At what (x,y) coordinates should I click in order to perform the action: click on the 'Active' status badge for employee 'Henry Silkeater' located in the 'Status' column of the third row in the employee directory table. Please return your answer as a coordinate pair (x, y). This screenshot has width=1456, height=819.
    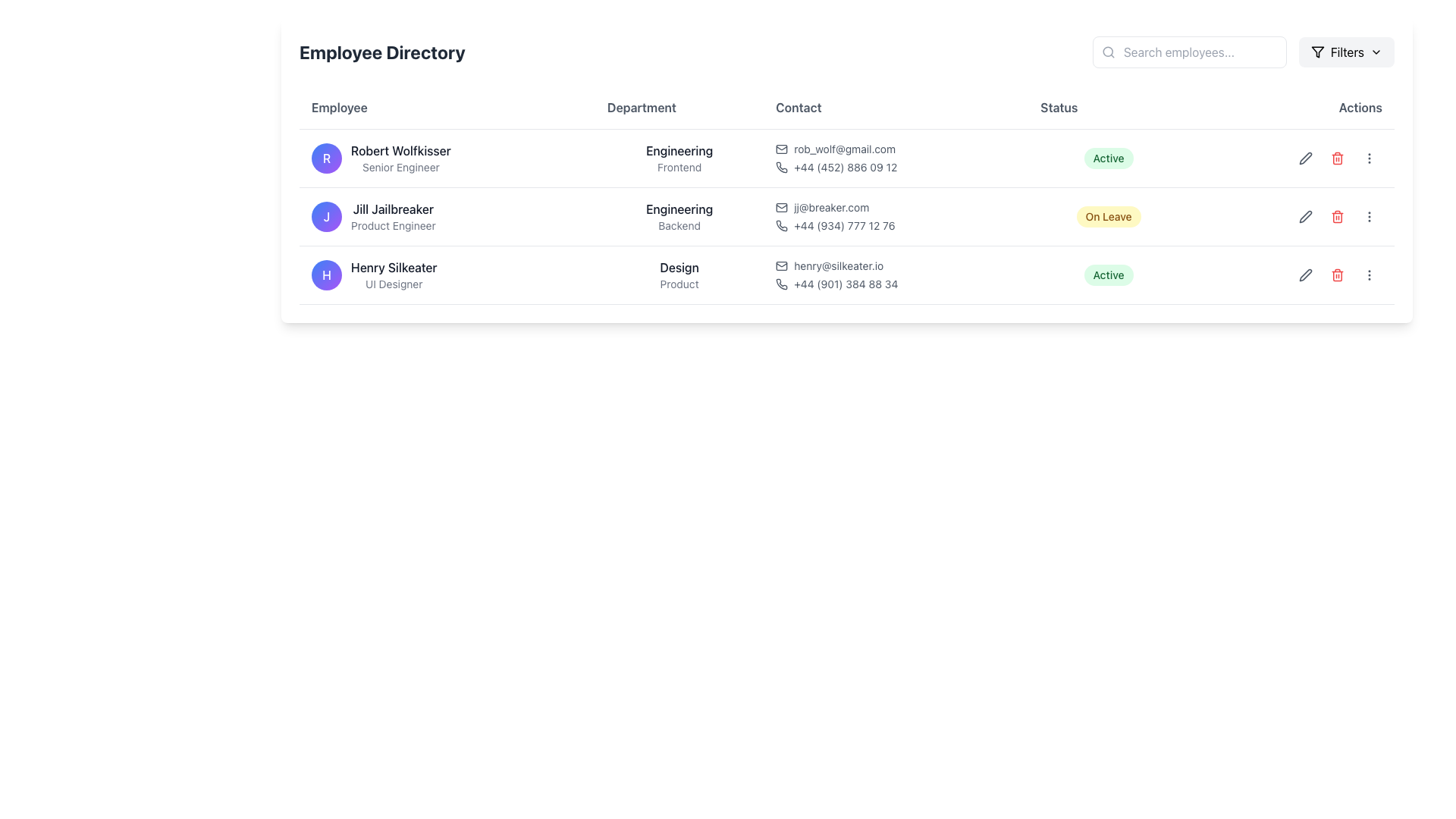
    Looking at the image, I should click on (1109, 275).